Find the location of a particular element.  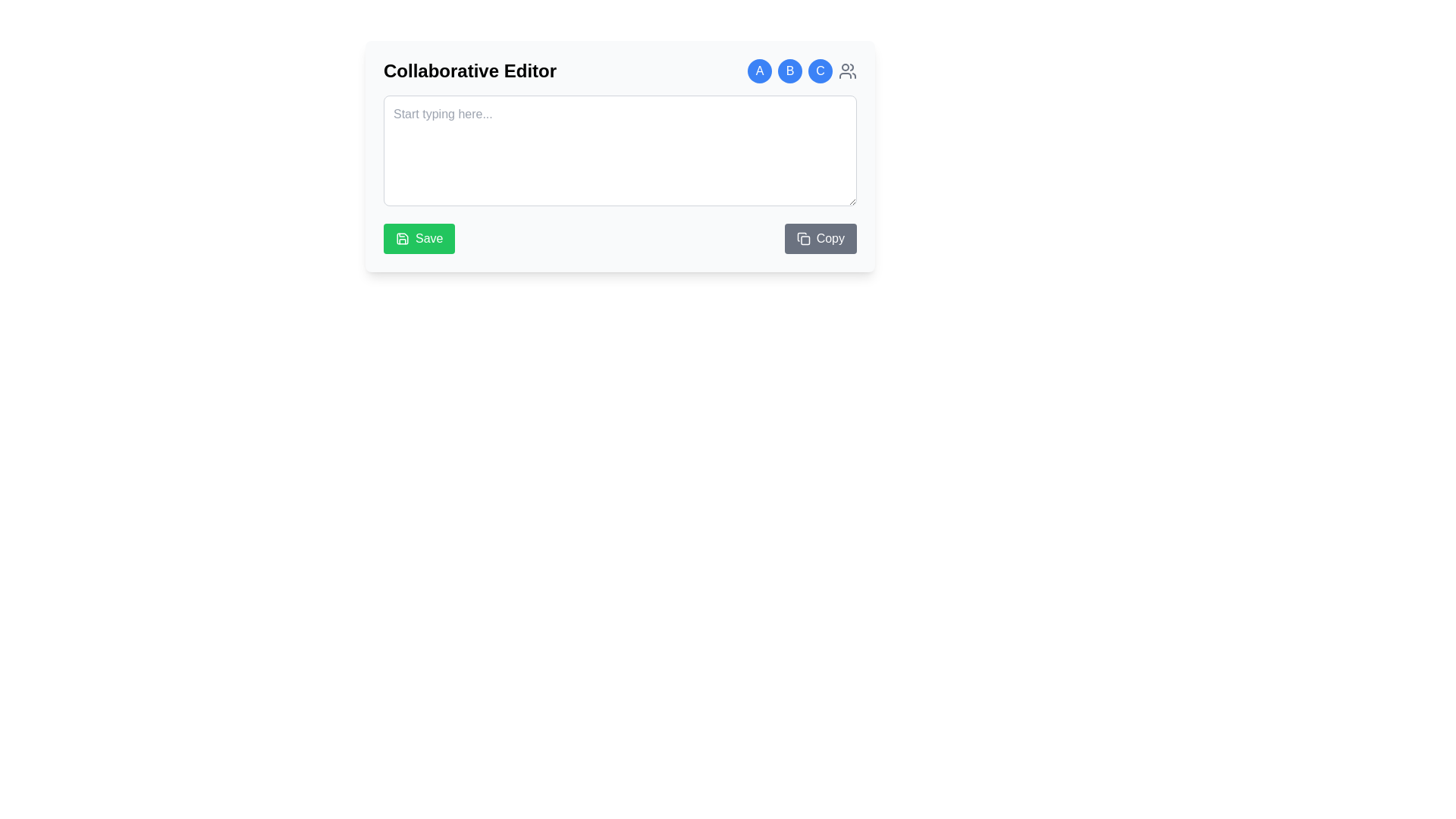

the circular avatar button labeled 'A' located at the top left among three buttons is located at coordinates (760, 71).